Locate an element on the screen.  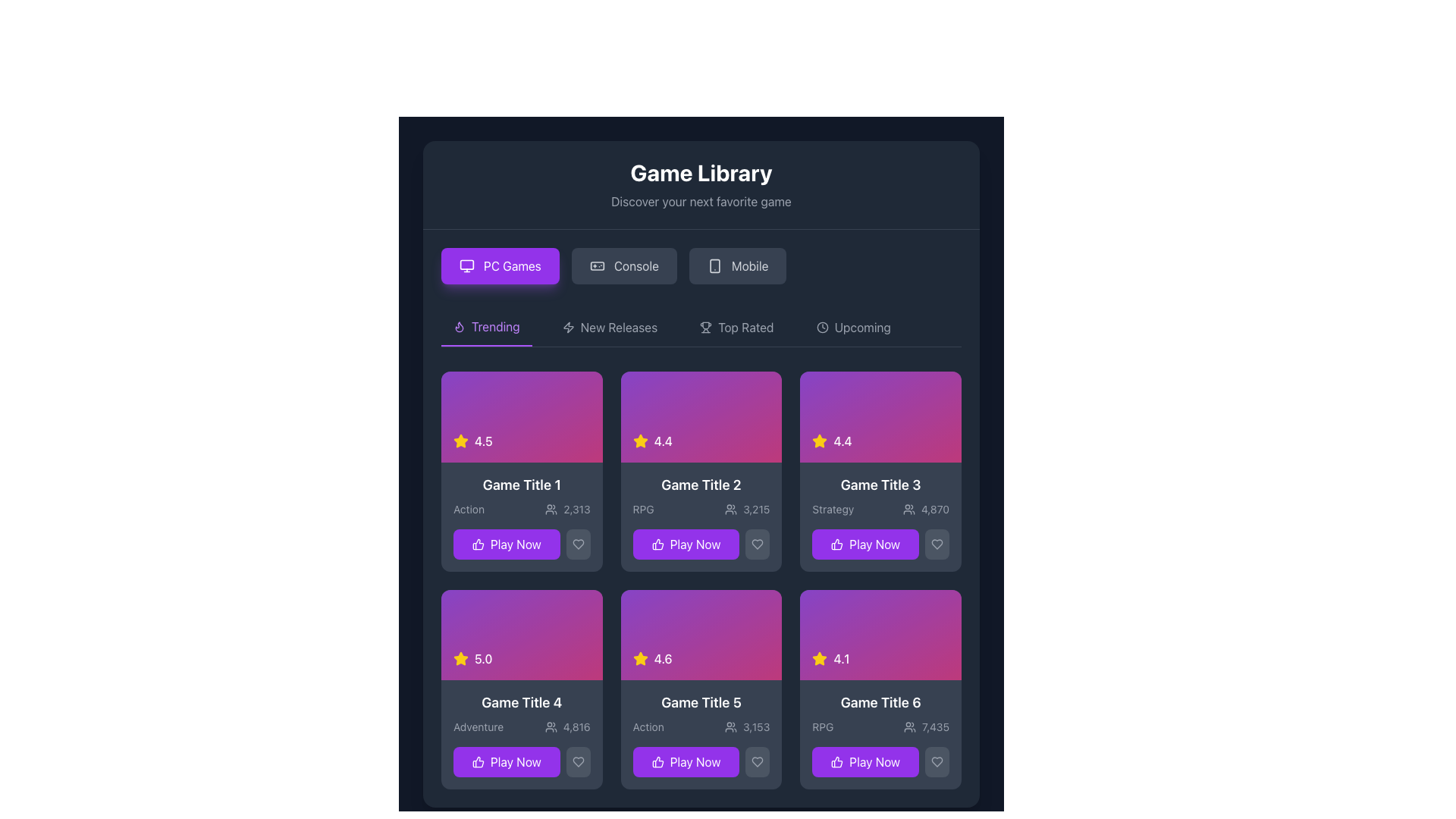
the star icon filled with yellow, which is part of the rating display next to the text '4.4' in the second card from the left in the top row of the game library grid is located at coordinates (640, 441).